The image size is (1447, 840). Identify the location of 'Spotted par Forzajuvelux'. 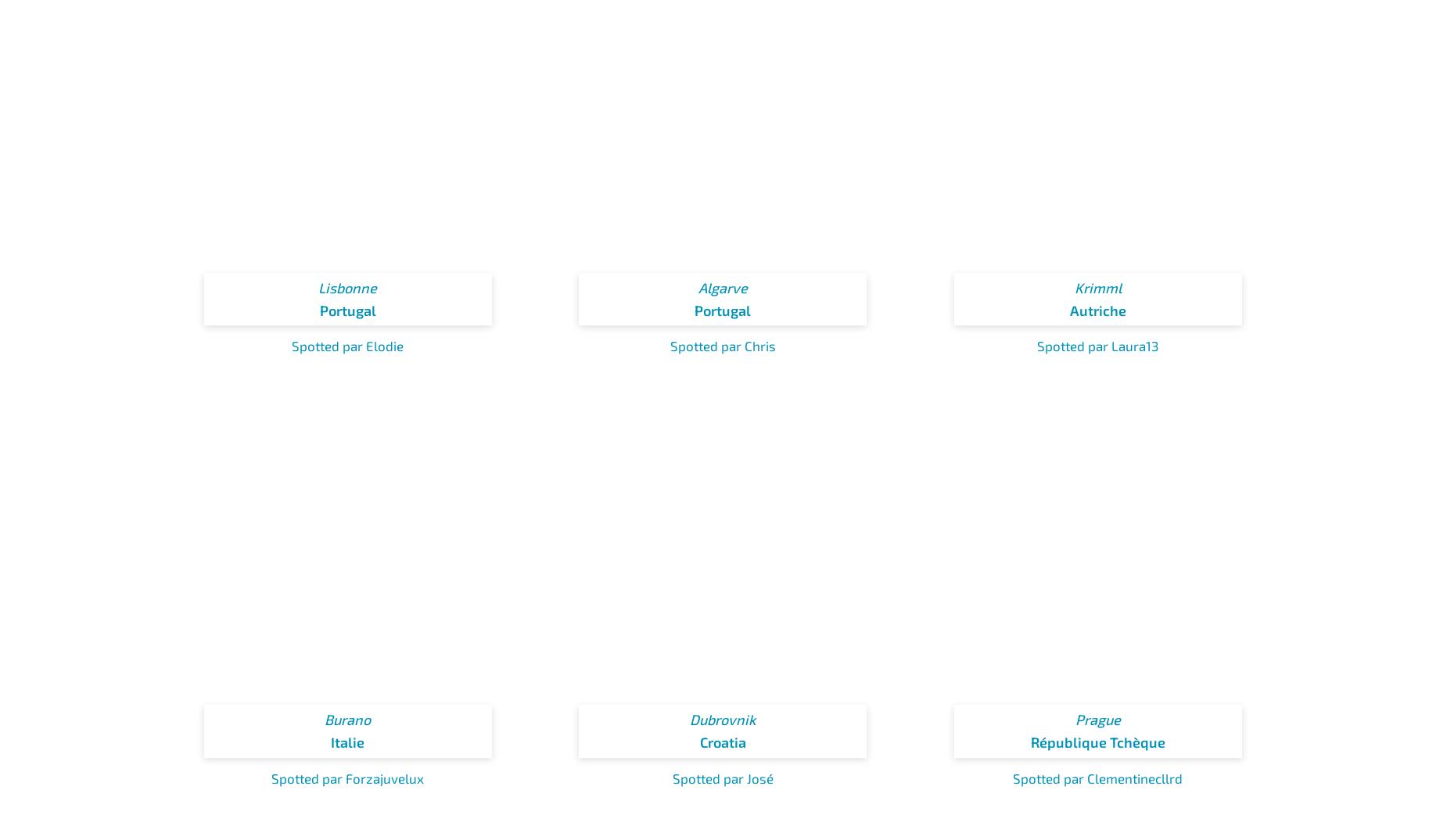
(346, 776).